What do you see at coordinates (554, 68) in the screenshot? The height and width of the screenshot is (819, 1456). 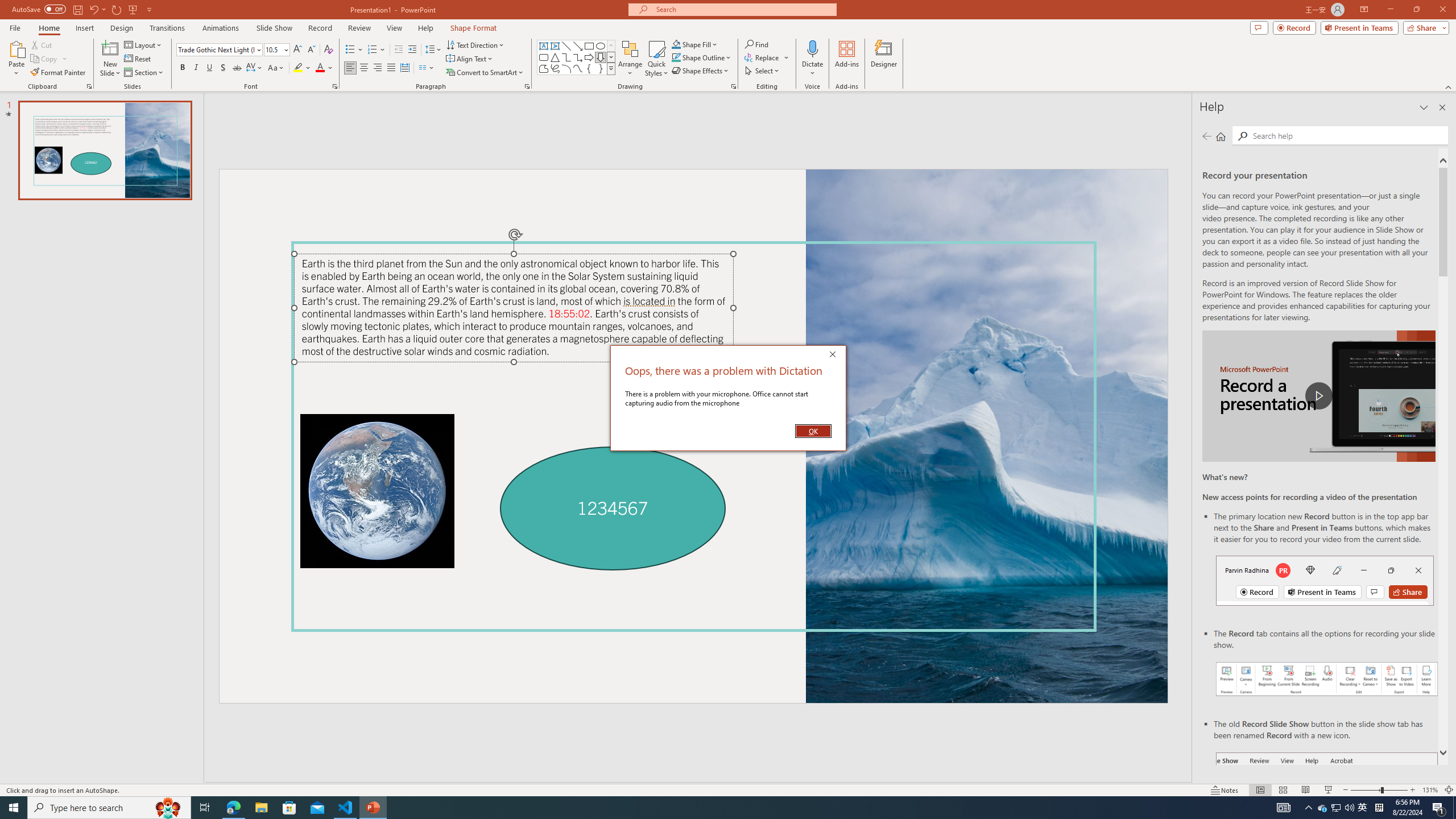 I see `'Freeform: Scribble'` at bounding box center [554, 68].